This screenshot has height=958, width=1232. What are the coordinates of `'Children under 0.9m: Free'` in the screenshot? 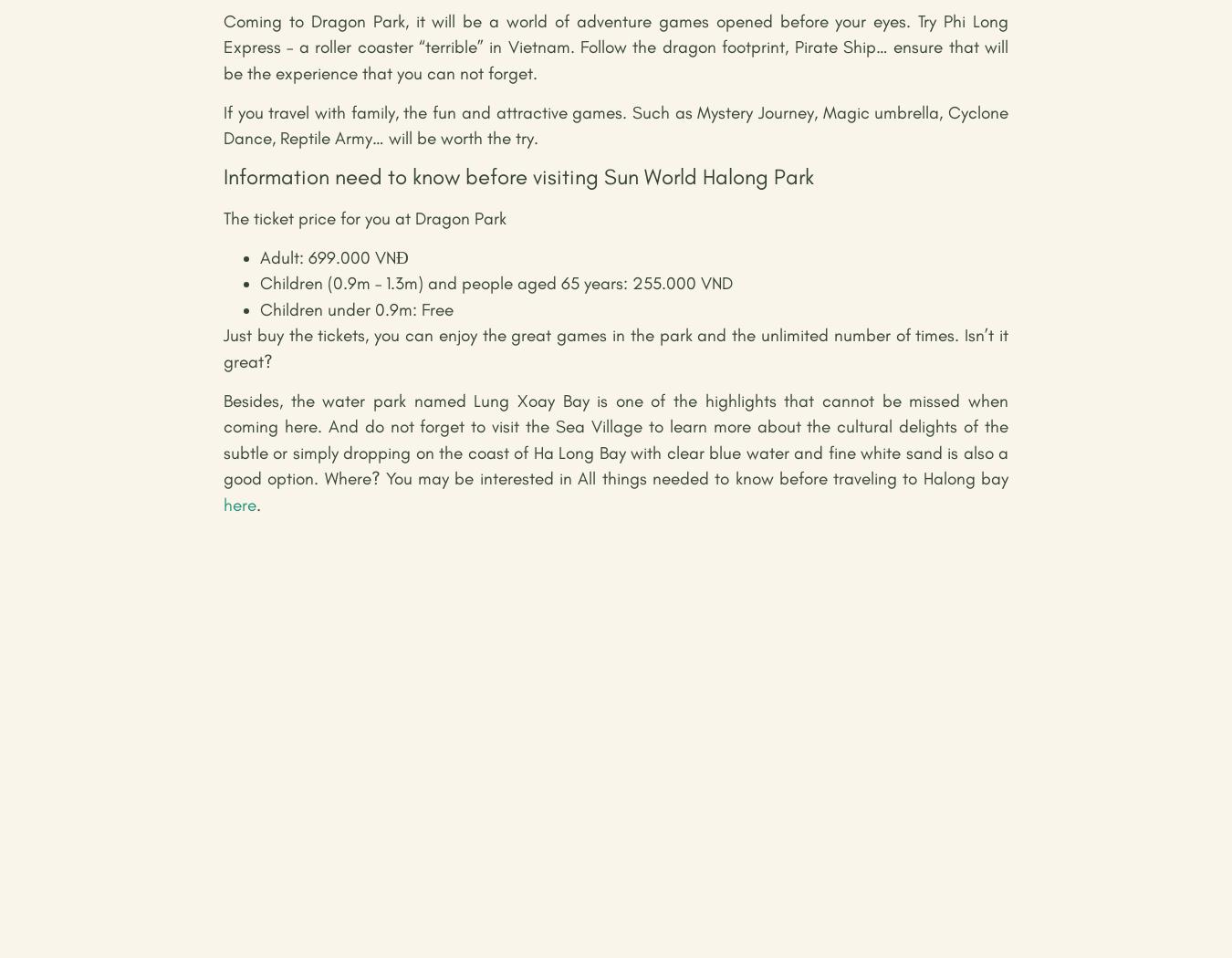 It's located at (356, 308).